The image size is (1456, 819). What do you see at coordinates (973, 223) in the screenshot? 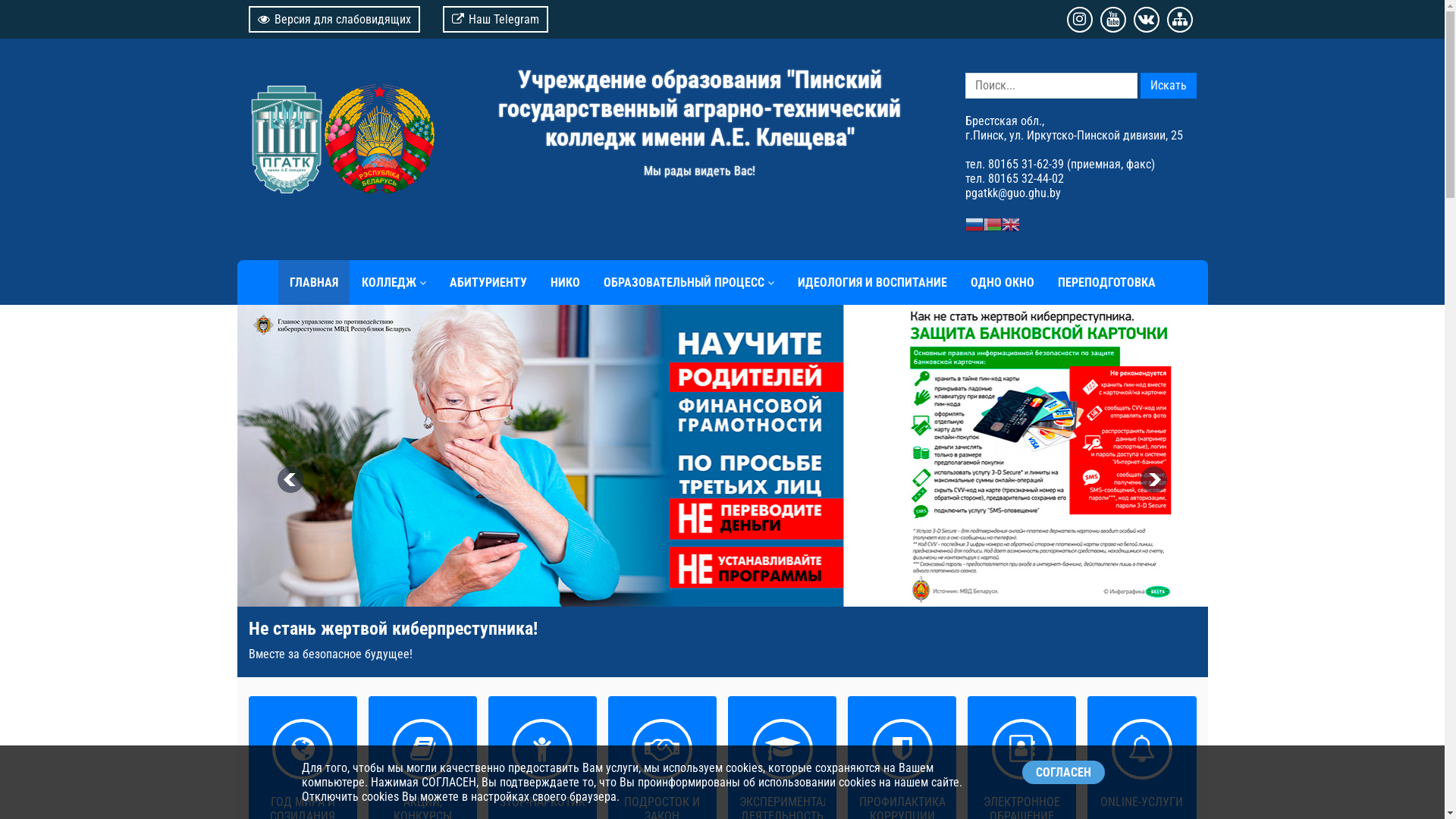
I see `'Russian'` at bounding box center [973, 223].